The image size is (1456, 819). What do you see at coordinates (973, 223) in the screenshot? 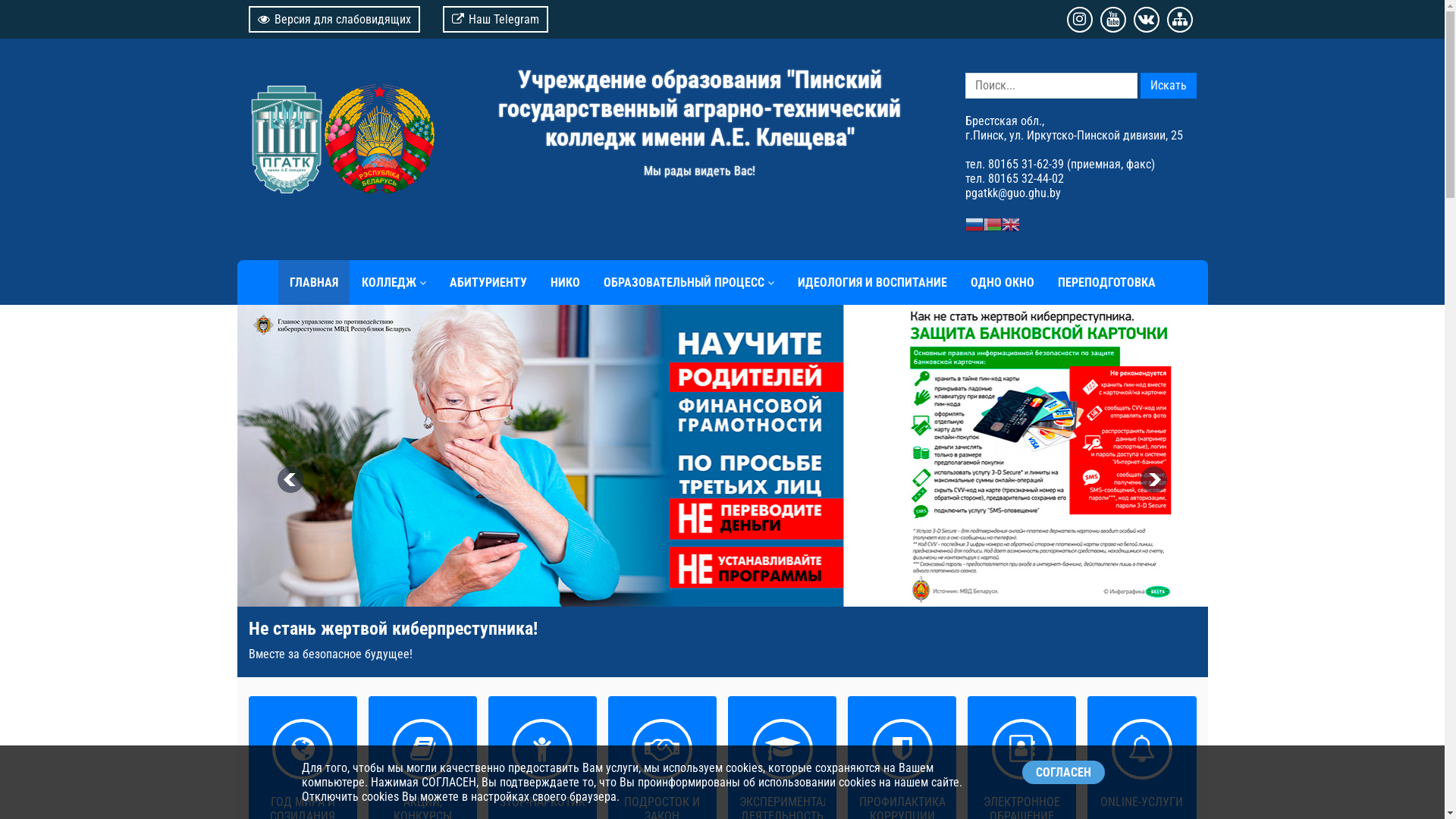
I see `'Russian'` at bounding box center [973, 223].